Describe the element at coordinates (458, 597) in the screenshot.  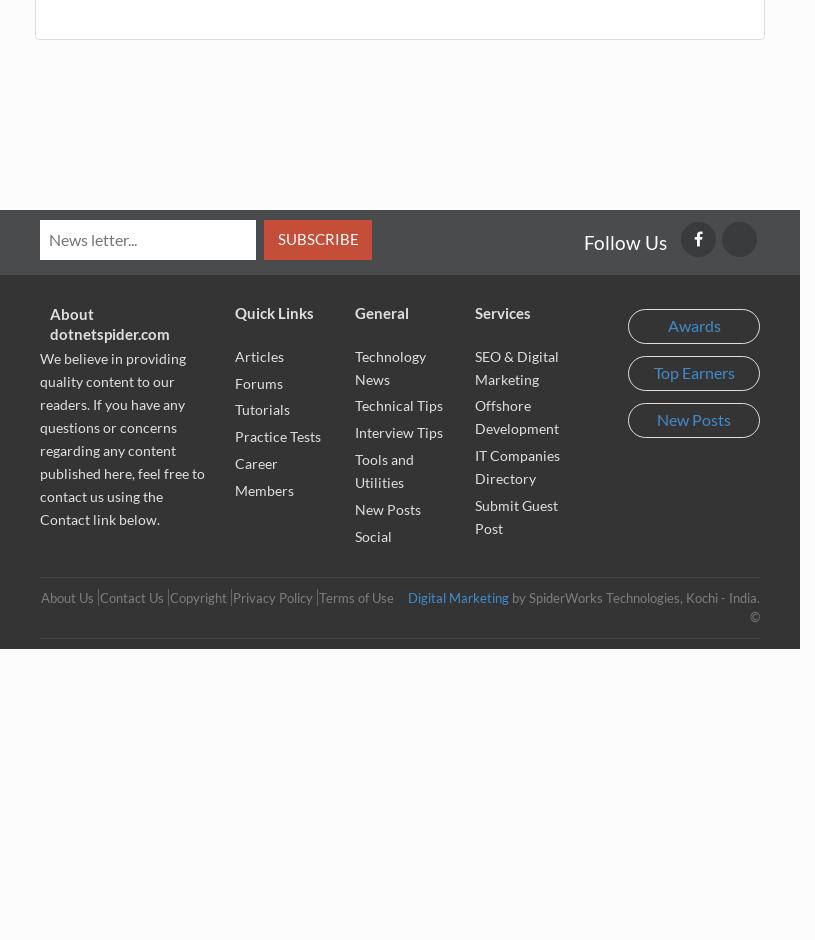
I see `'Digital Marketing'` at that location.